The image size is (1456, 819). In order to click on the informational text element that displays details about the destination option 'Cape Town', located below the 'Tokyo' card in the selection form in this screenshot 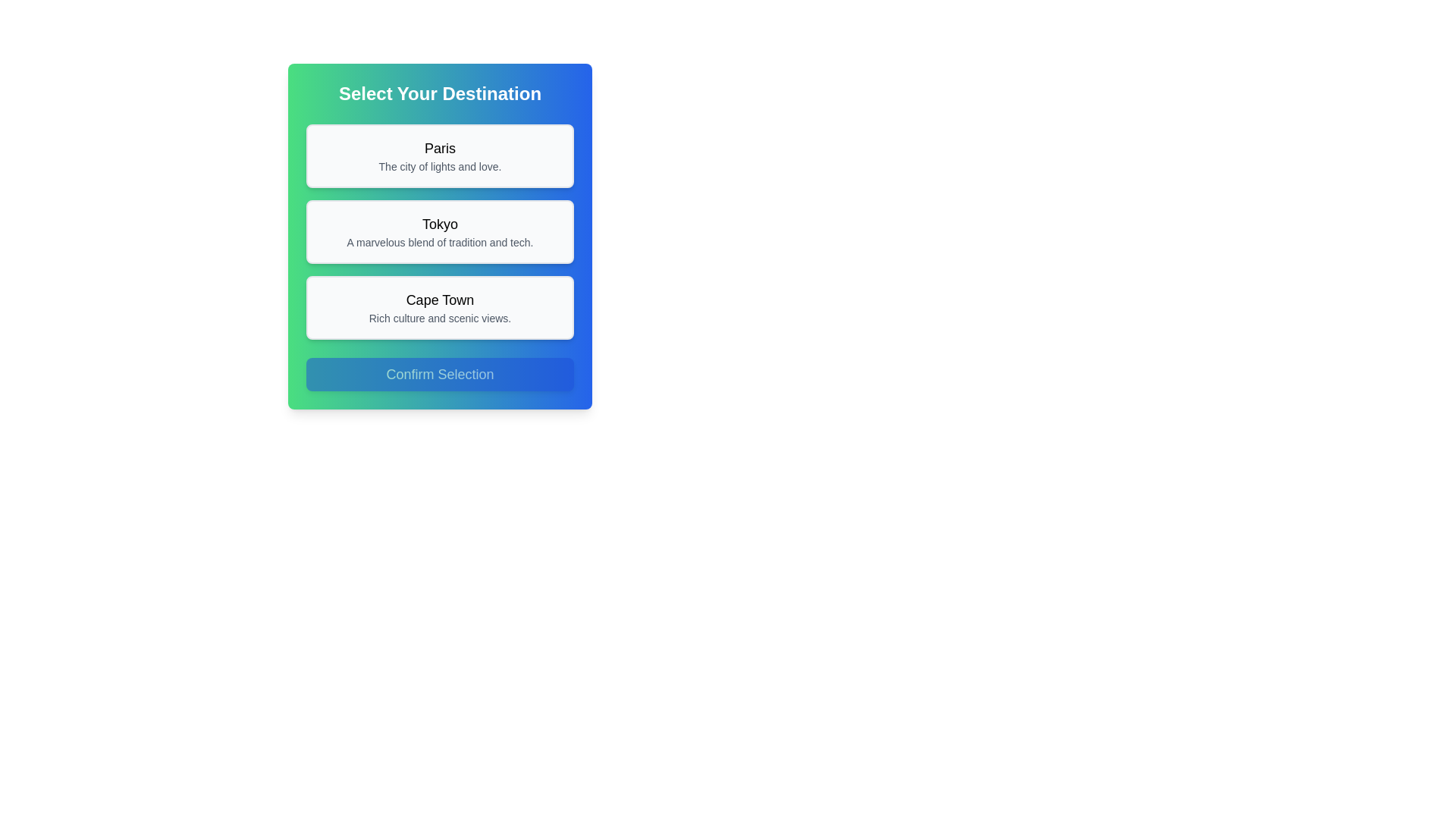, I will do `click(439, 318)`.